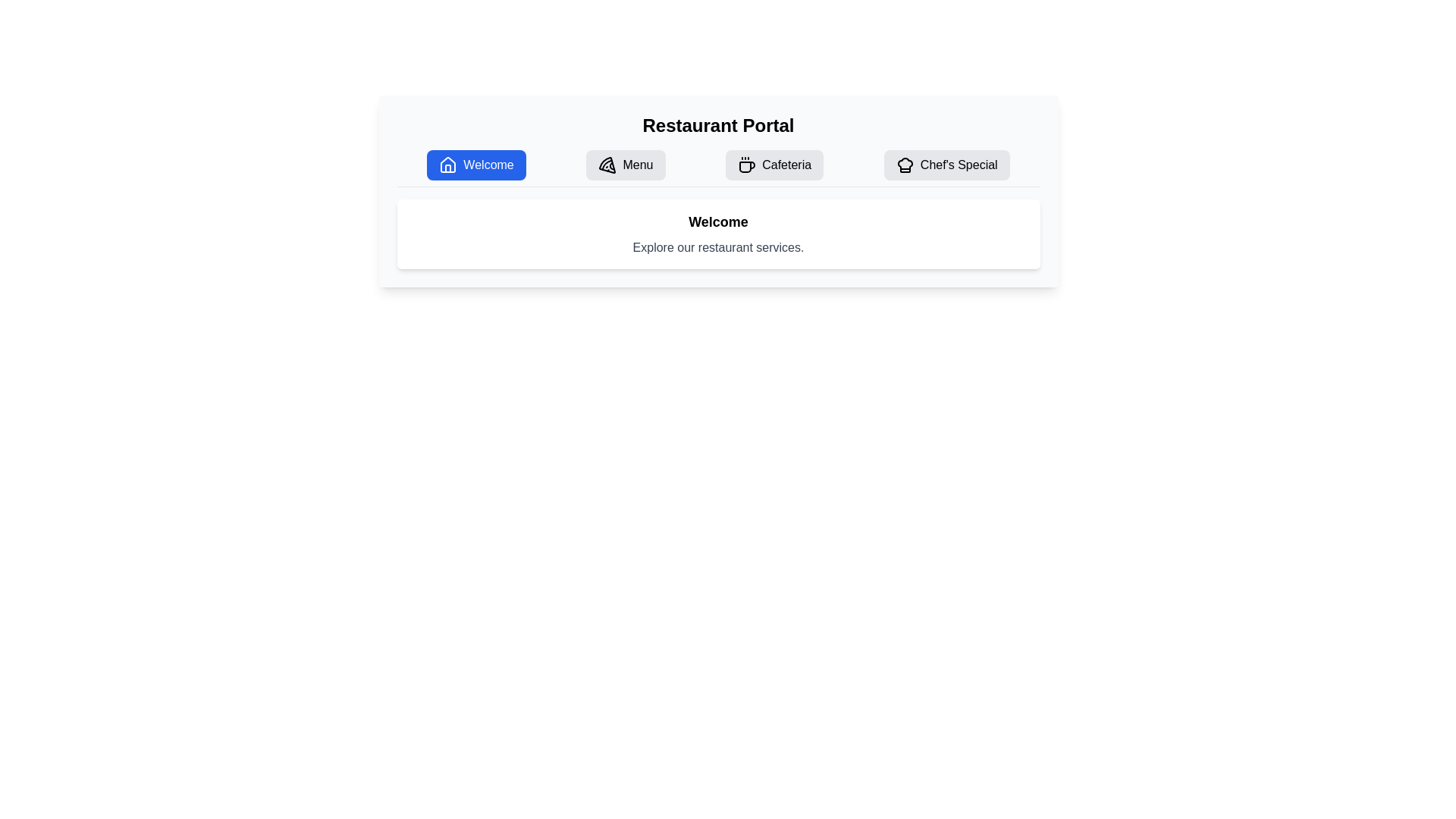  Describe the element at coordinates (475, 165) in the screenshot. I see `the first button in the horizontal navigation menu below 'Restaurant Portal' for keyboard interaction` at that location.